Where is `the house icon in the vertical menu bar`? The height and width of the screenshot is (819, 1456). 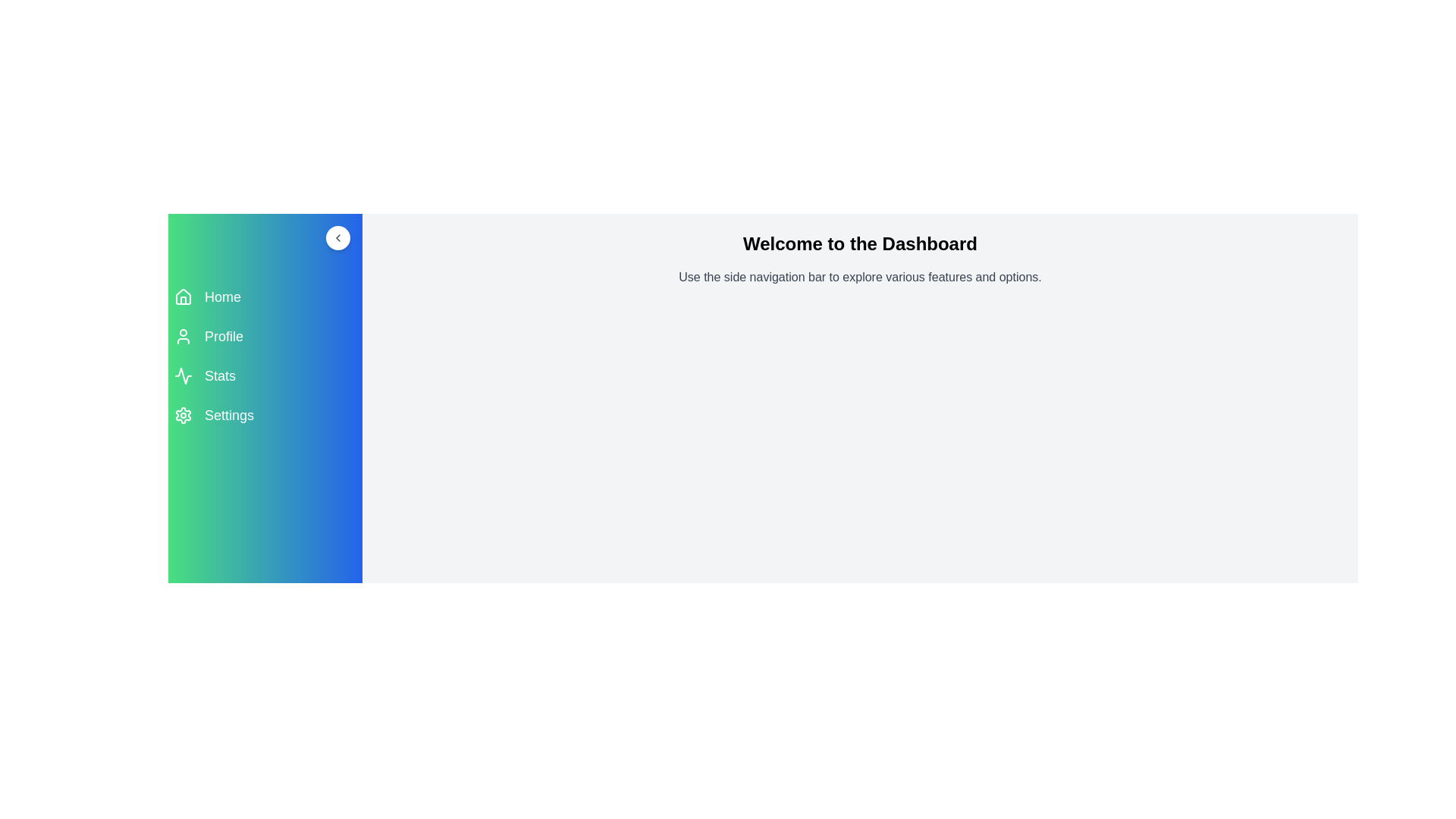
the house icon in the vertical menu bar is located at coordinates (182, 297).